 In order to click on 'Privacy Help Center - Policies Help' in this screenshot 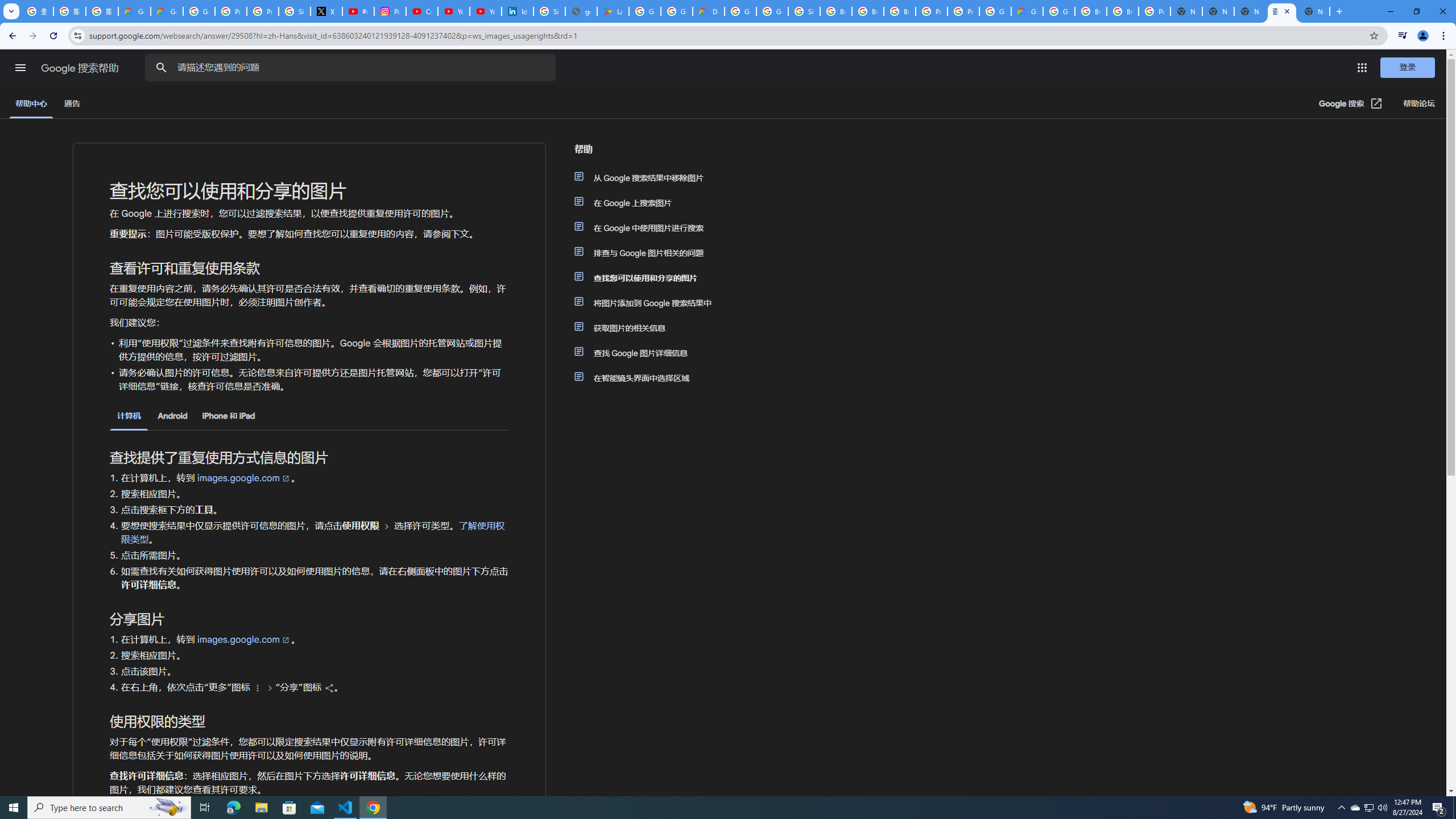, I will do `click(262, 11)`.